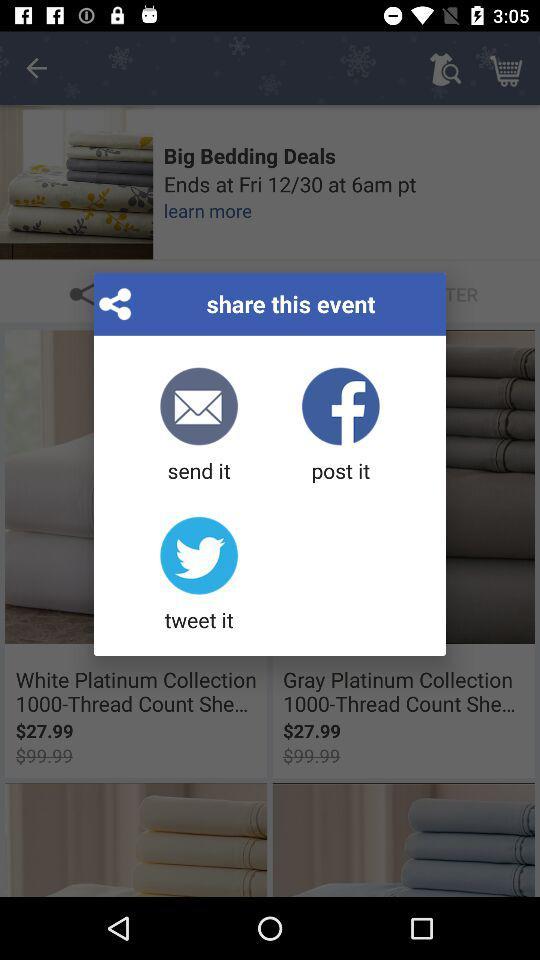  Describe the element at coordinates (199, 426) in the screenshot. I see `item to the left of post it` at that location.